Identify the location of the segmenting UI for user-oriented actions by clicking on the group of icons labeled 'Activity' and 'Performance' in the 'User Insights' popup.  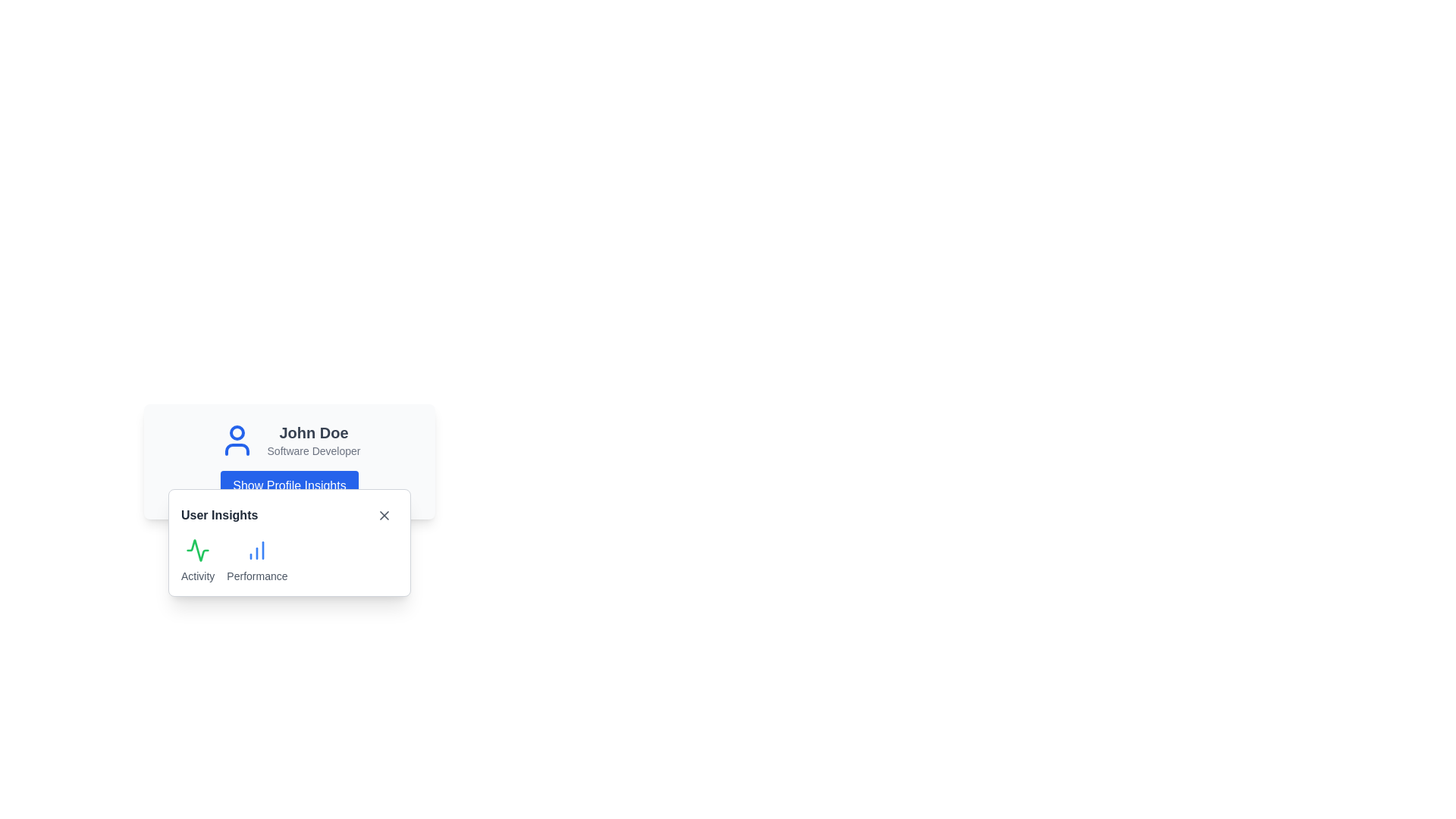
(290, 561).